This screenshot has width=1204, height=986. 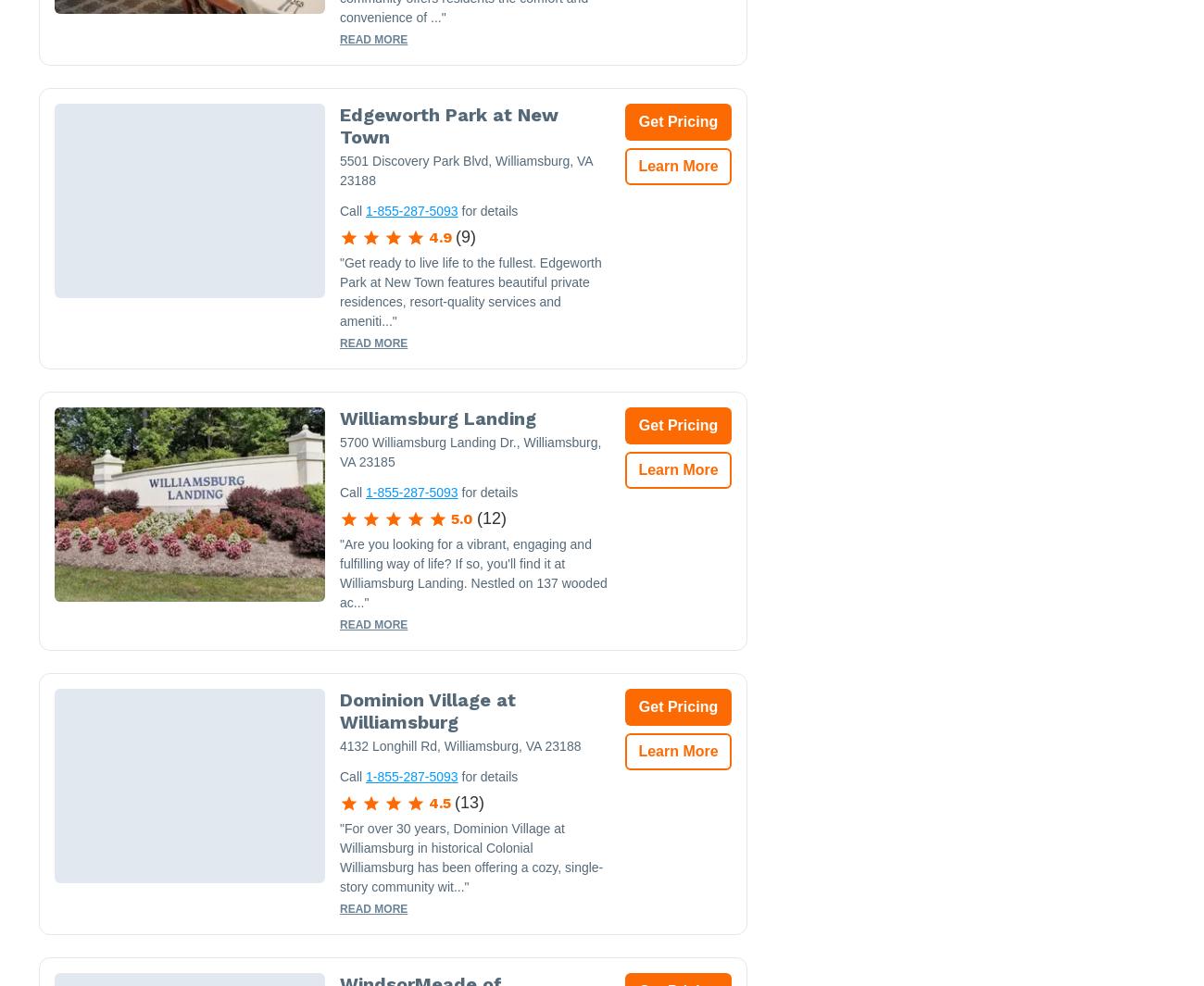 What do you see at coordinates (492, 518) in the screenshot?
I see `'12'` at bounding box center [492, 518].